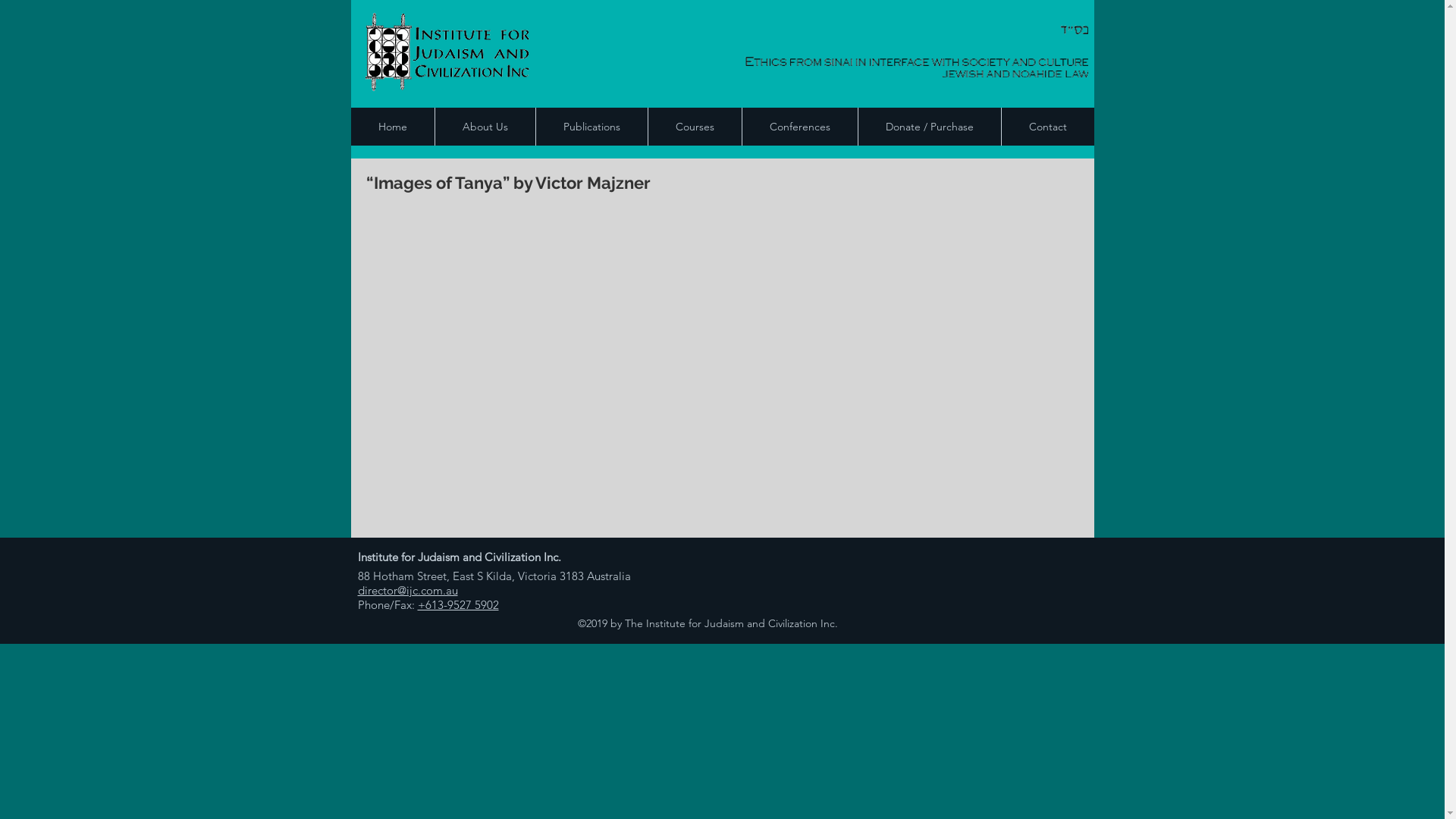 The width and height of the screenshot is (1456, 819). Describe the element at coordinates (1046, 125) in the screenshot. I see `'Contact'` at that location.